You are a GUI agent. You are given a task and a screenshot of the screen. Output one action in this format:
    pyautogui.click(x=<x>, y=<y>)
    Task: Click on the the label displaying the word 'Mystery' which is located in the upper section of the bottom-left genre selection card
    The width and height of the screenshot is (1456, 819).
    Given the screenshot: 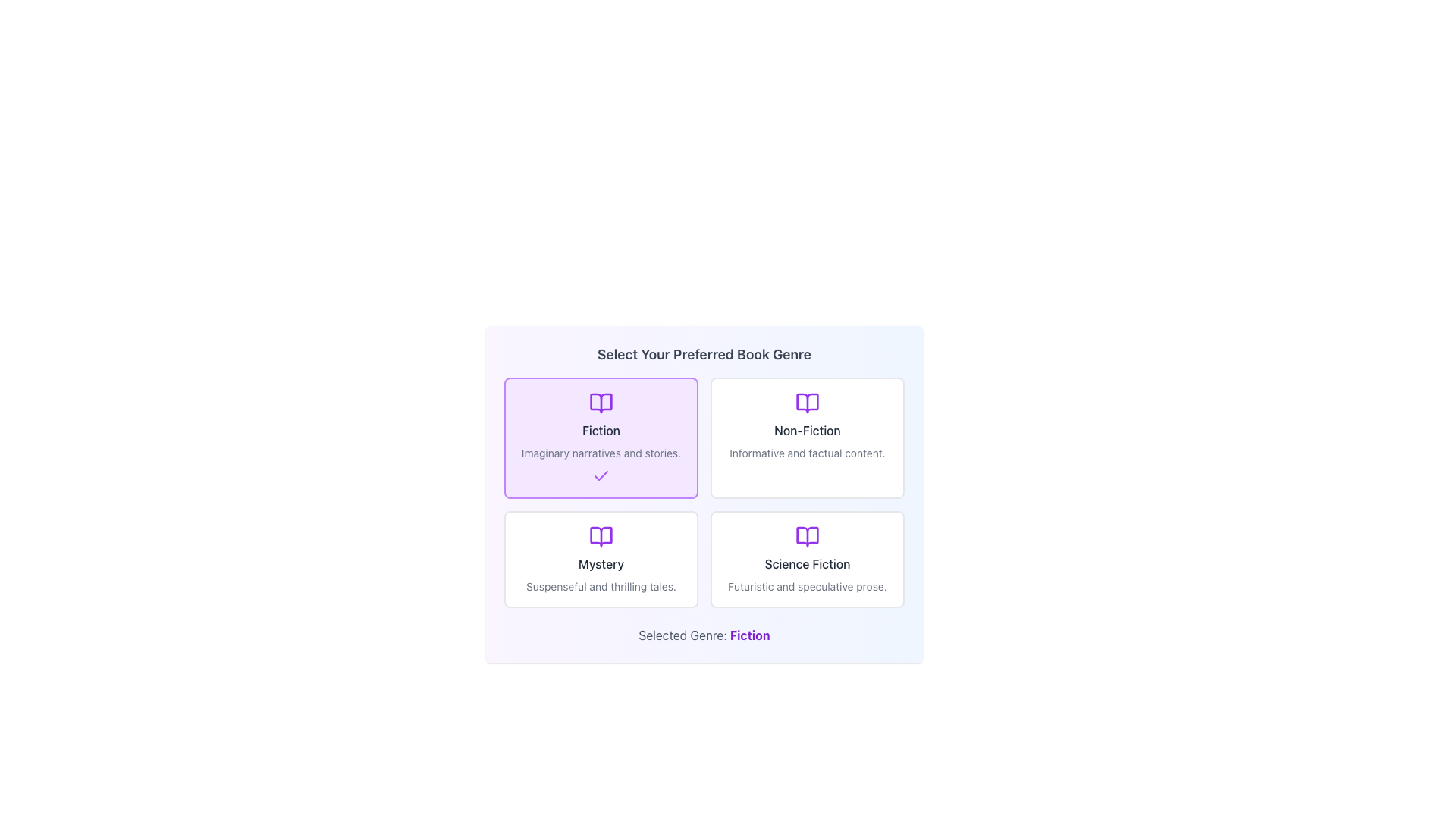 What is the action you would take?
    pyautogui.click(x=600, y=564)
    